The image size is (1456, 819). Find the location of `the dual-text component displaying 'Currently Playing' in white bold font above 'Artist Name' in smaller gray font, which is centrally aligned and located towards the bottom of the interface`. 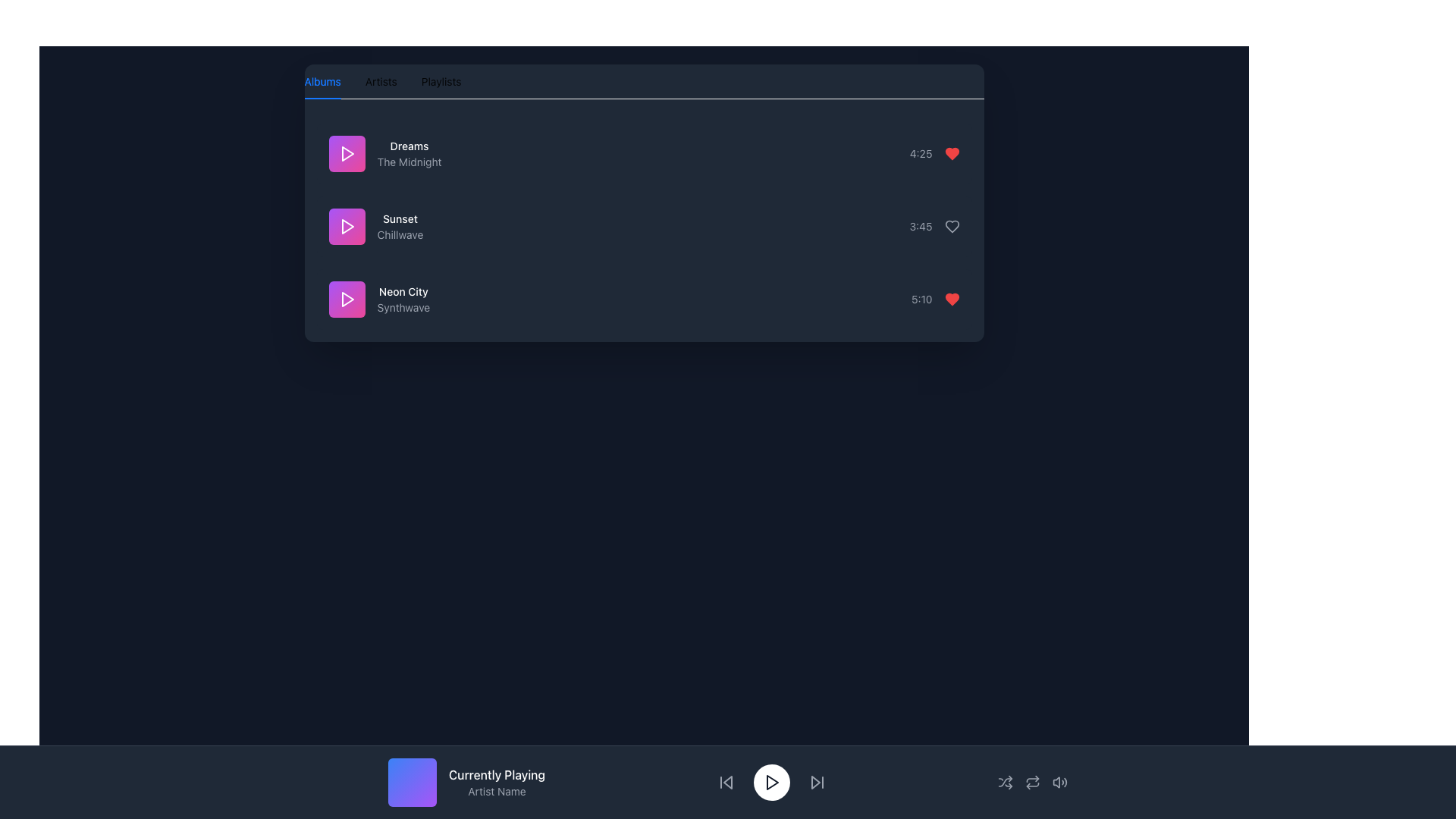

the dual-text component displaying 'Currently Playing' in white bold font above 'Artist Name' in smaller gray font, which is centrally aligned and located towards the bottom of the interface is located at coordinates (497, 783).